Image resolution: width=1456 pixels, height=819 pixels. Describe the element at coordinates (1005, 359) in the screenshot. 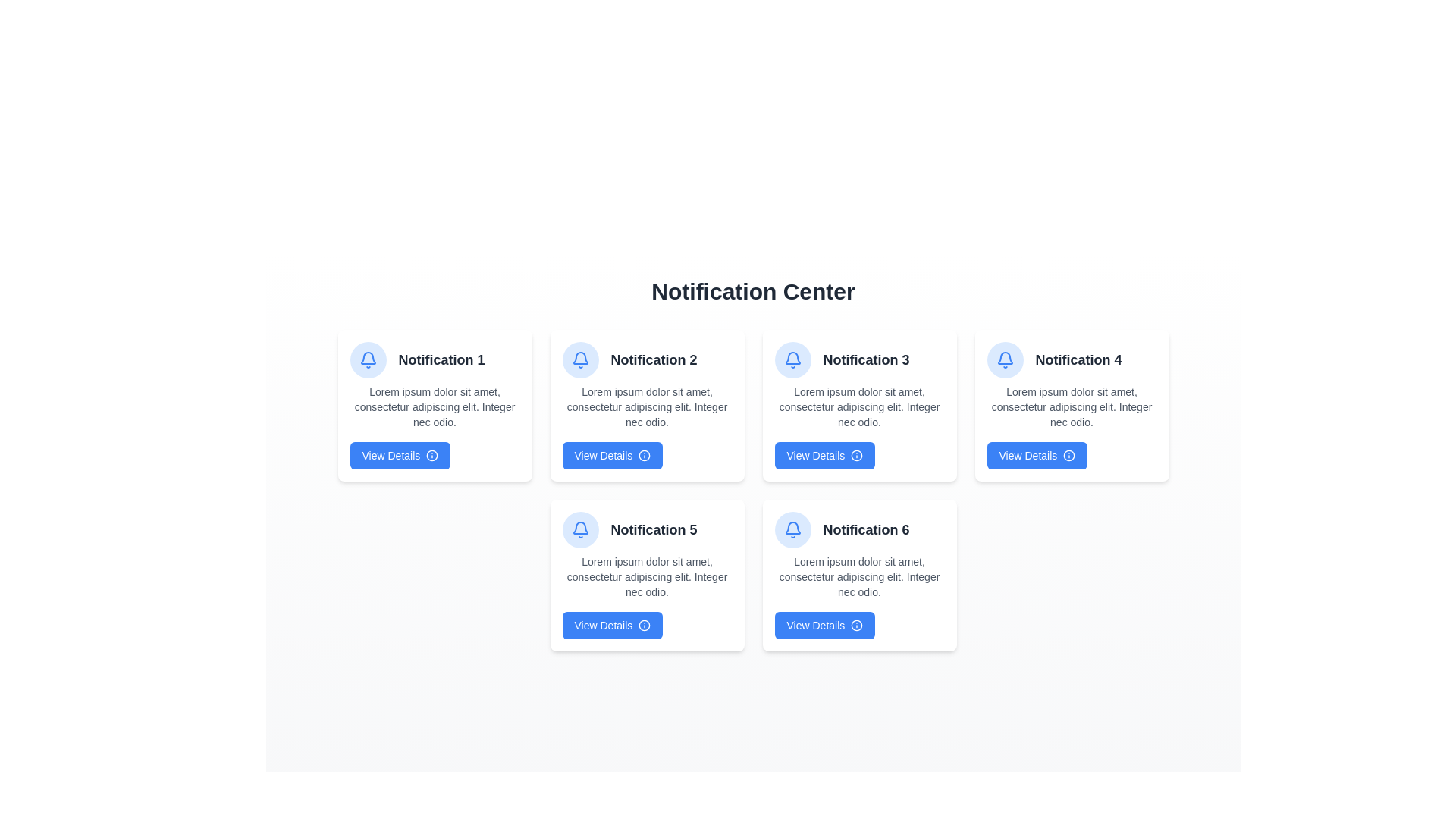

I see `the bell icon representing the notification functionality in the top-left notification box labeled 'Notification 1.'` at that location.